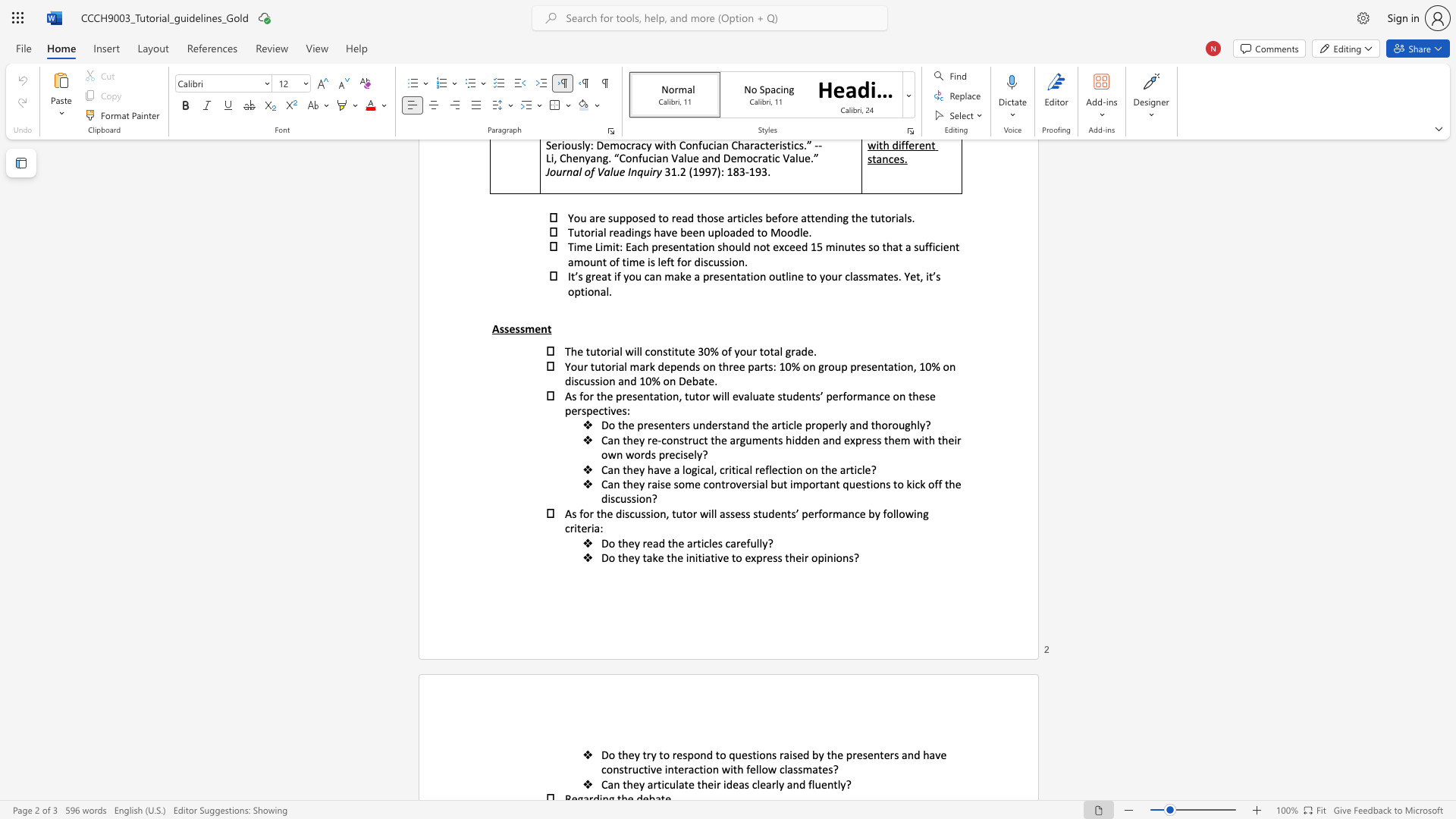 The width and height of the screenshot is (1456, 819). Describe the element at coordinates (666, 513) in the screenshot. I see `the subset text ", tutor will assess students’ performance by following cr" within the text "As for the discussion, tutor will assess students’ performance by following criteria:"` at that location.